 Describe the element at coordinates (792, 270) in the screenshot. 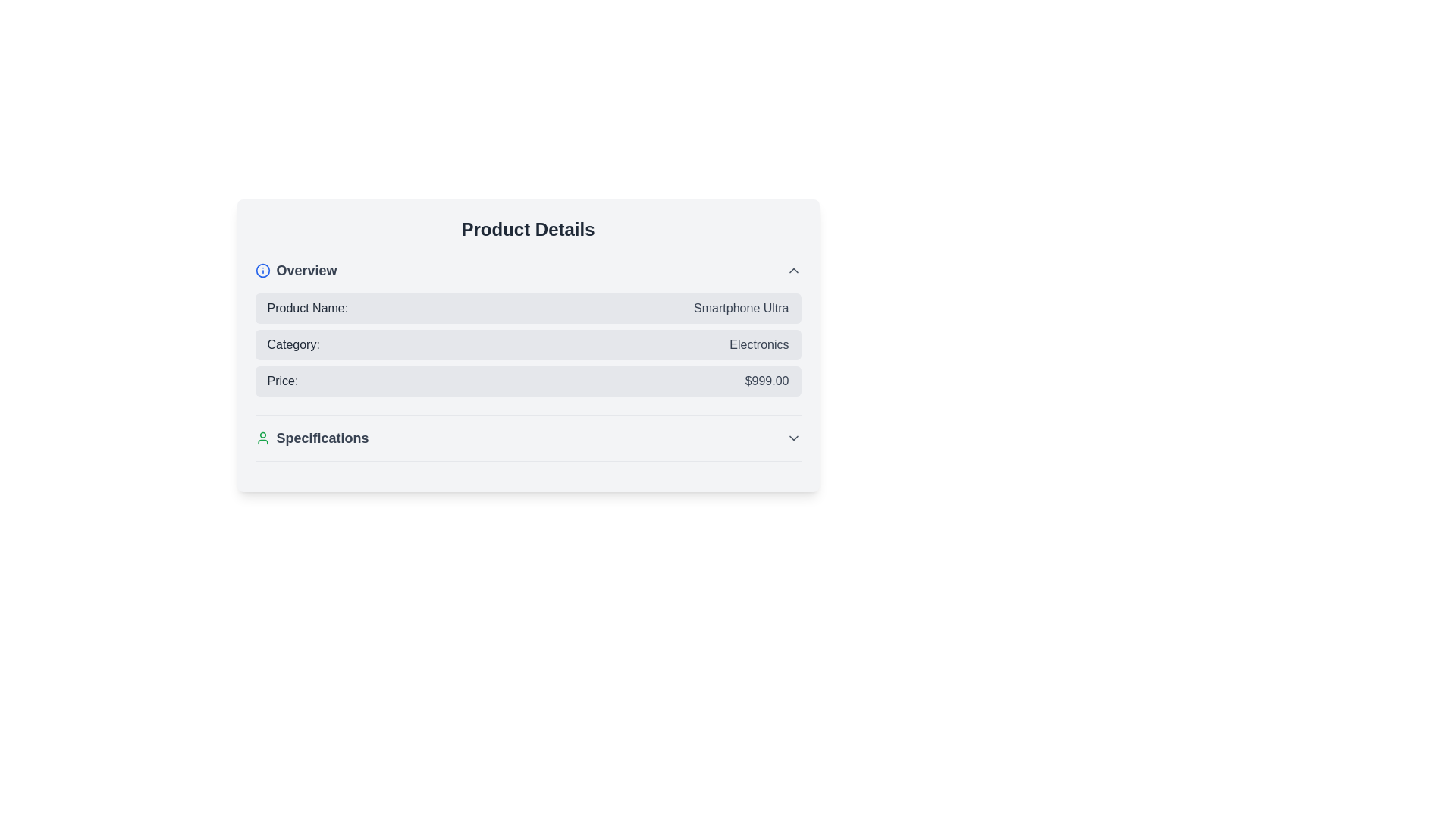

I see `the Chevron icon located to the far right of the 'Overview' section header` at that location.